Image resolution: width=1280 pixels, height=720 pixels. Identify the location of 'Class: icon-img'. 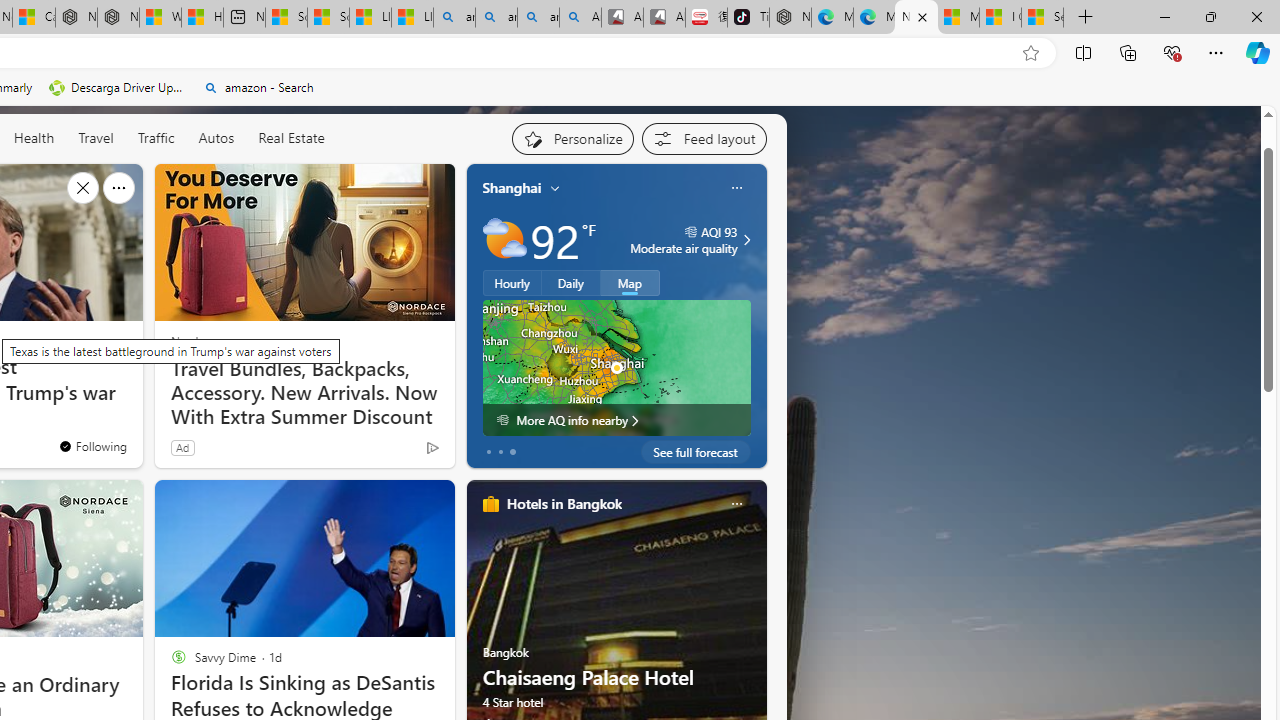
(735, 502).